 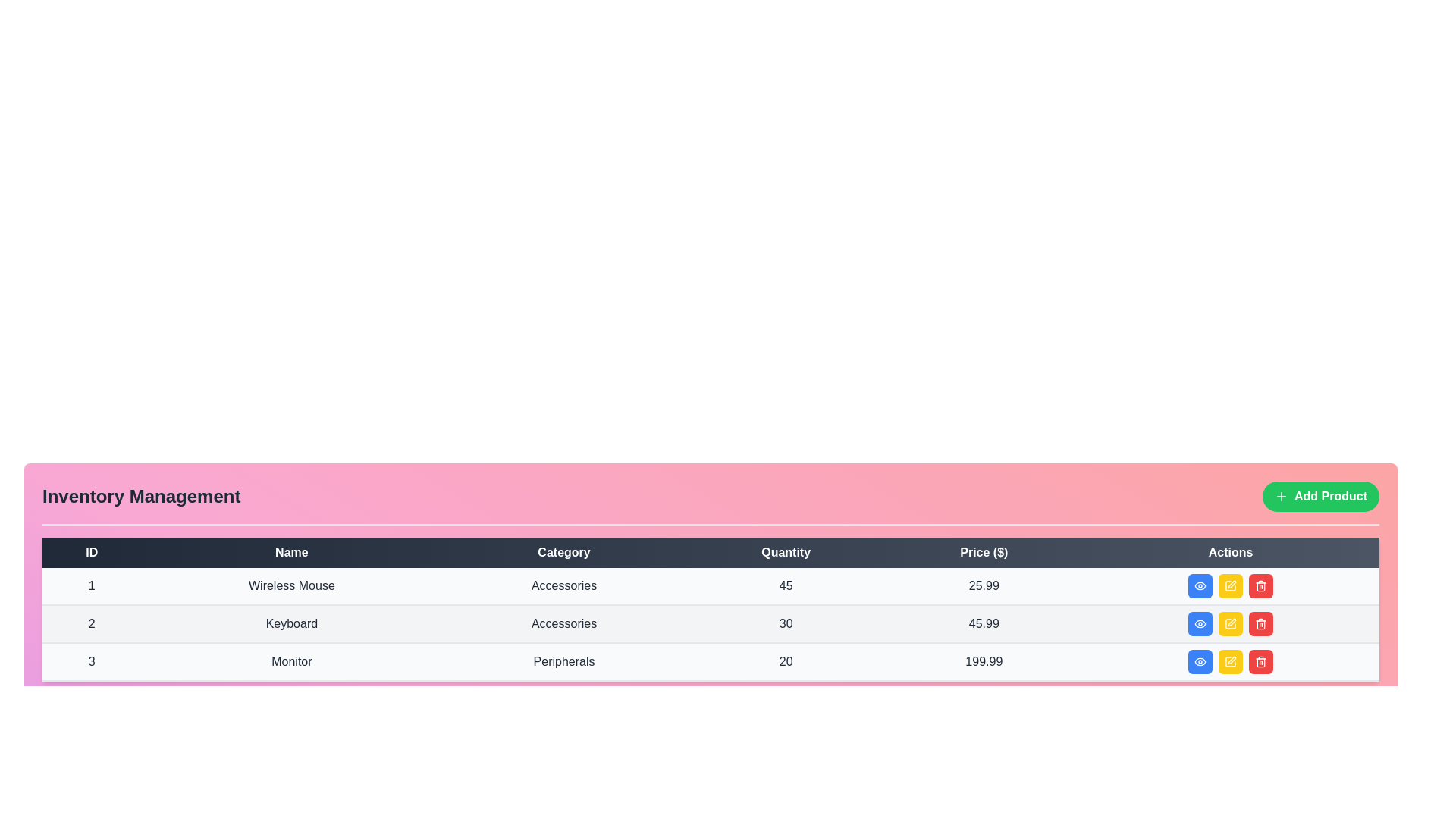 What do you see at coordinates (786, 553) in the screenshot?
I see `the 'Quantity' column header in the table, which is the fourth column label located between 'Category' and 'Price ($)'` at bounding box center [786, 553].